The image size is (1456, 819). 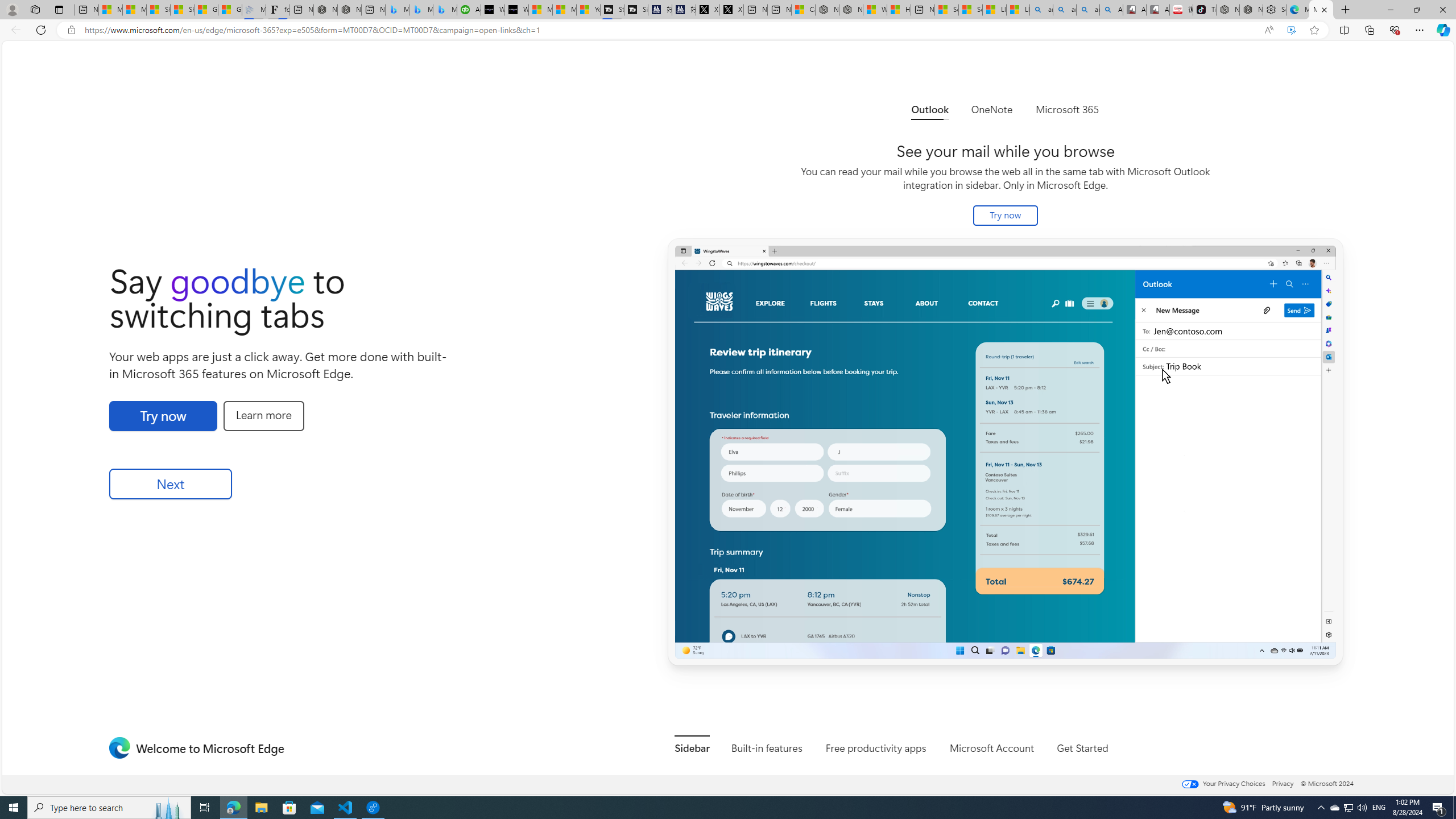 I want to click on 'amazon - Search Images', so click(x=1087, y=9).